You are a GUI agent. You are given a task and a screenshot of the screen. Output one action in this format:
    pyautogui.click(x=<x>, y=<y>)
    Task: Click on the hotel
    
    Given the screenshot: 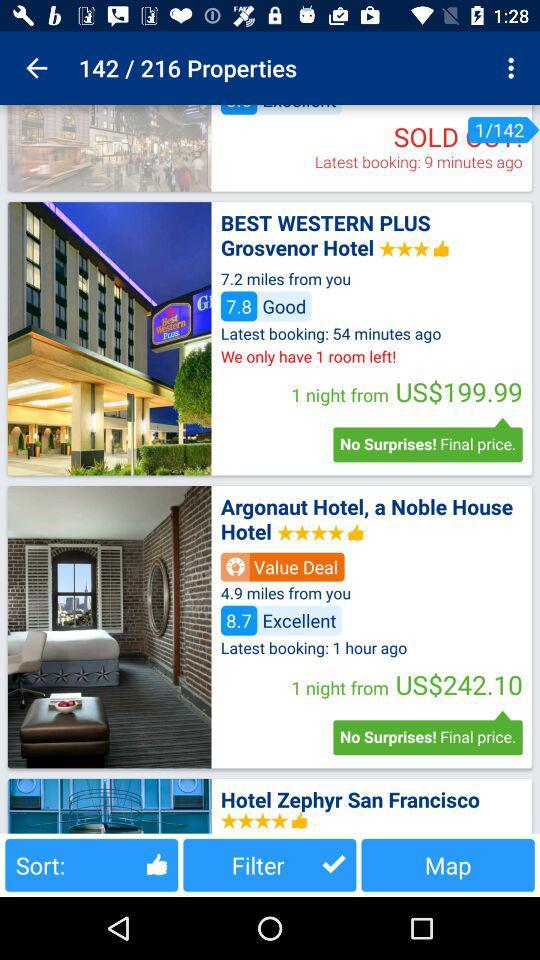 What is the action you would take?
    pyautogui.click(x=109, y=338)
    